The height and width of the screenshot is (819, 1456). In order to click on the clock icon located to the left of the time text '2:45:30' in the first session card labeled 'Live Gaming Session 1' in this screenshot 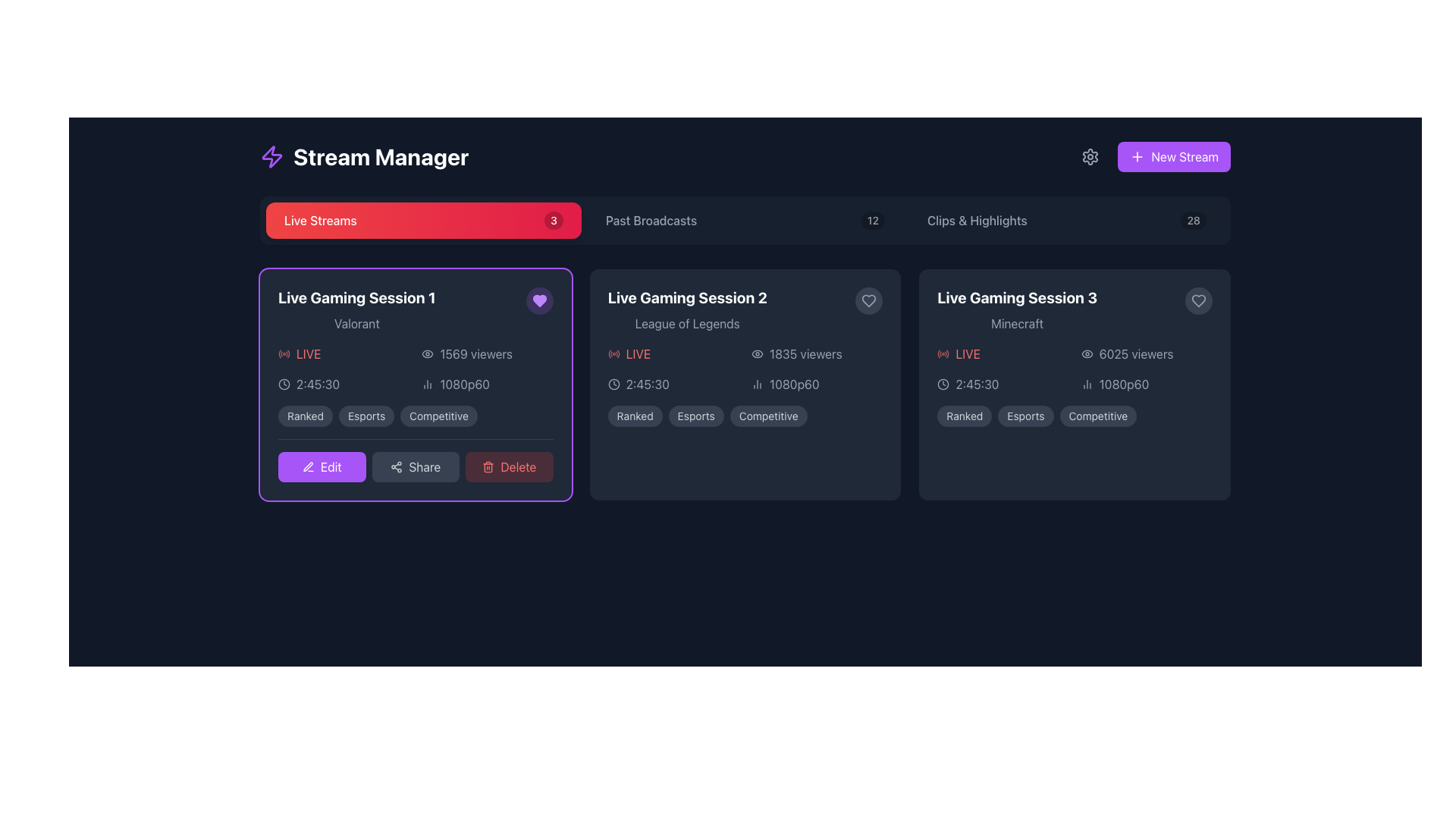, I will do `click(284, 383)`.